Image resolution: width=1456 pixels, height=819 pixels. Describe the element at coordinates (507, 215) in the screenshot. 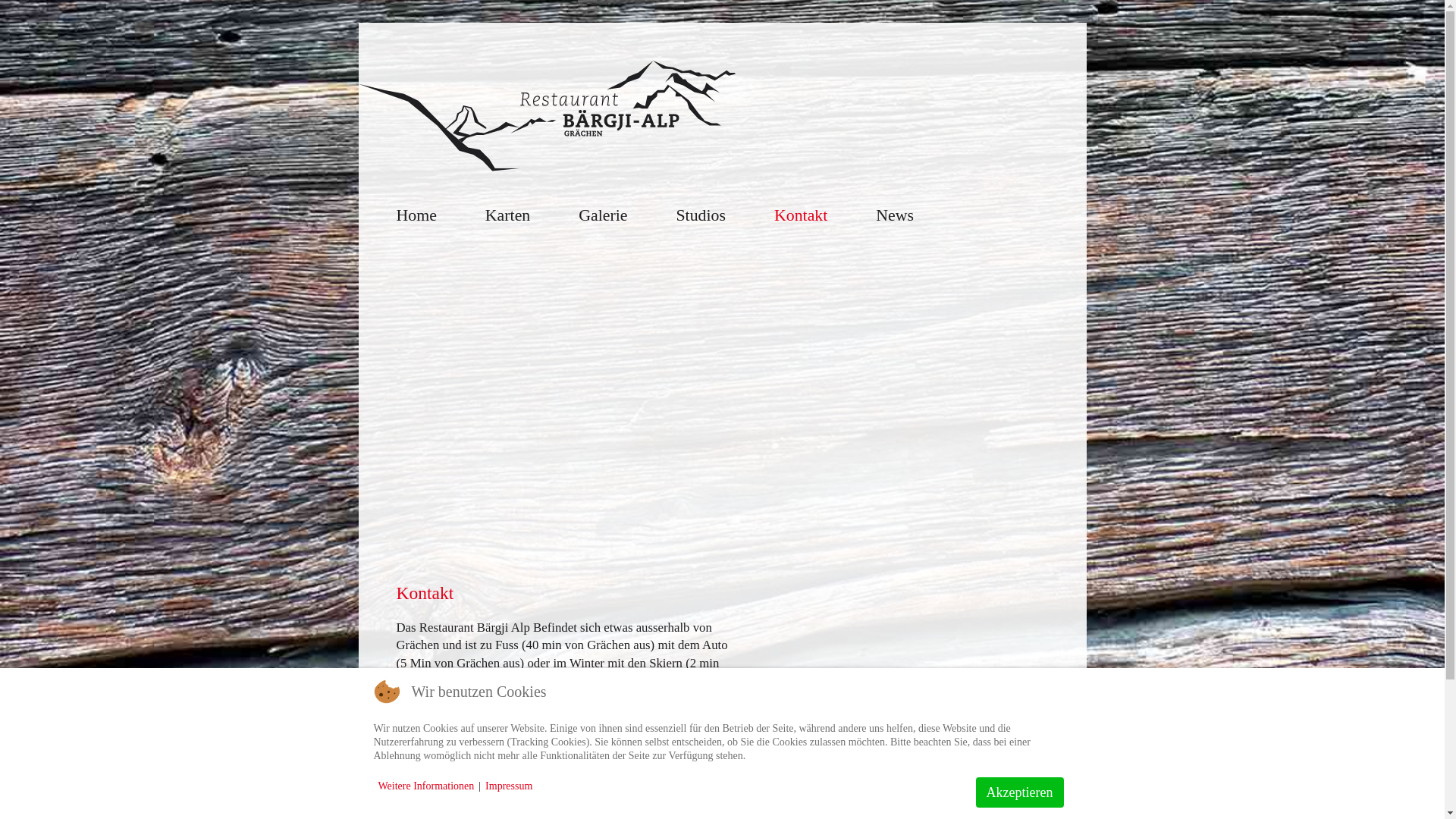

I see `'Karten'` at that location.